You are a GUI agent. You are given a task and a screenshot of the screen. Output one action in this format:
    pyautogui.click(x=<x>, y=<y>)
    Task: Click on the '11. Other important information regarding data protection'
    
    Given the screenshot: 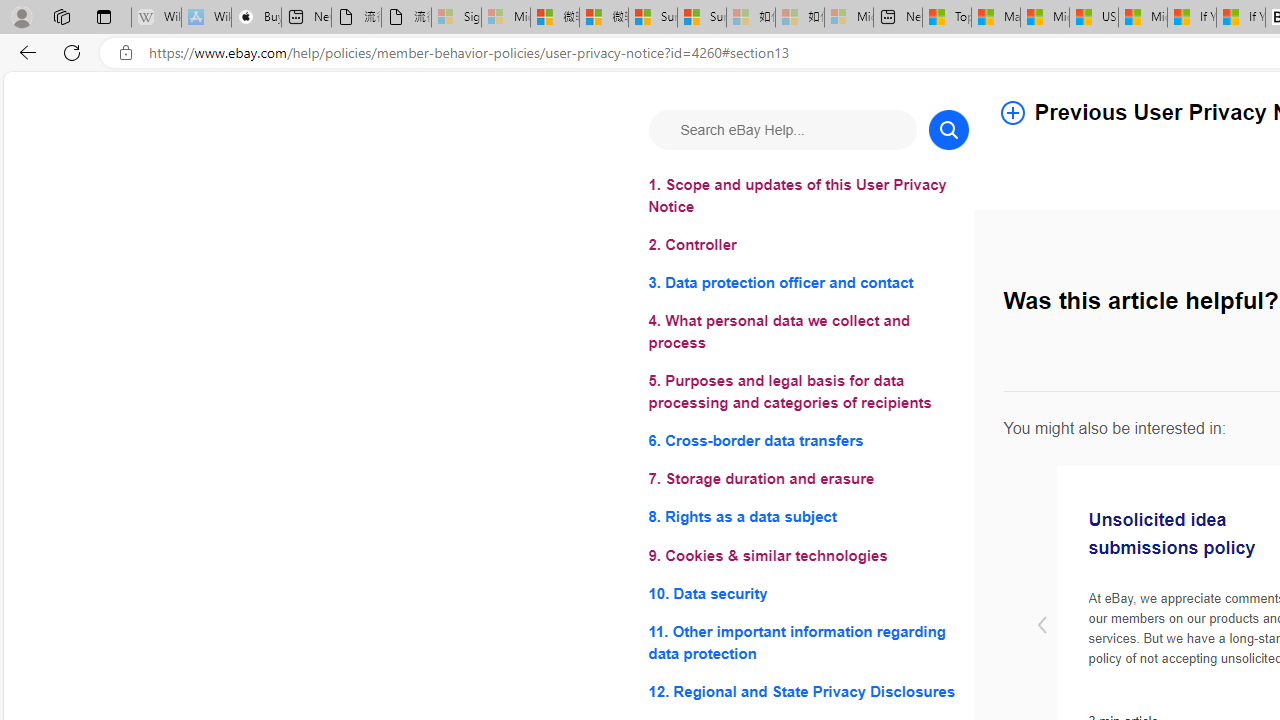 What is the action you would take?
    pyautogui.click(x=808, y=642)
    